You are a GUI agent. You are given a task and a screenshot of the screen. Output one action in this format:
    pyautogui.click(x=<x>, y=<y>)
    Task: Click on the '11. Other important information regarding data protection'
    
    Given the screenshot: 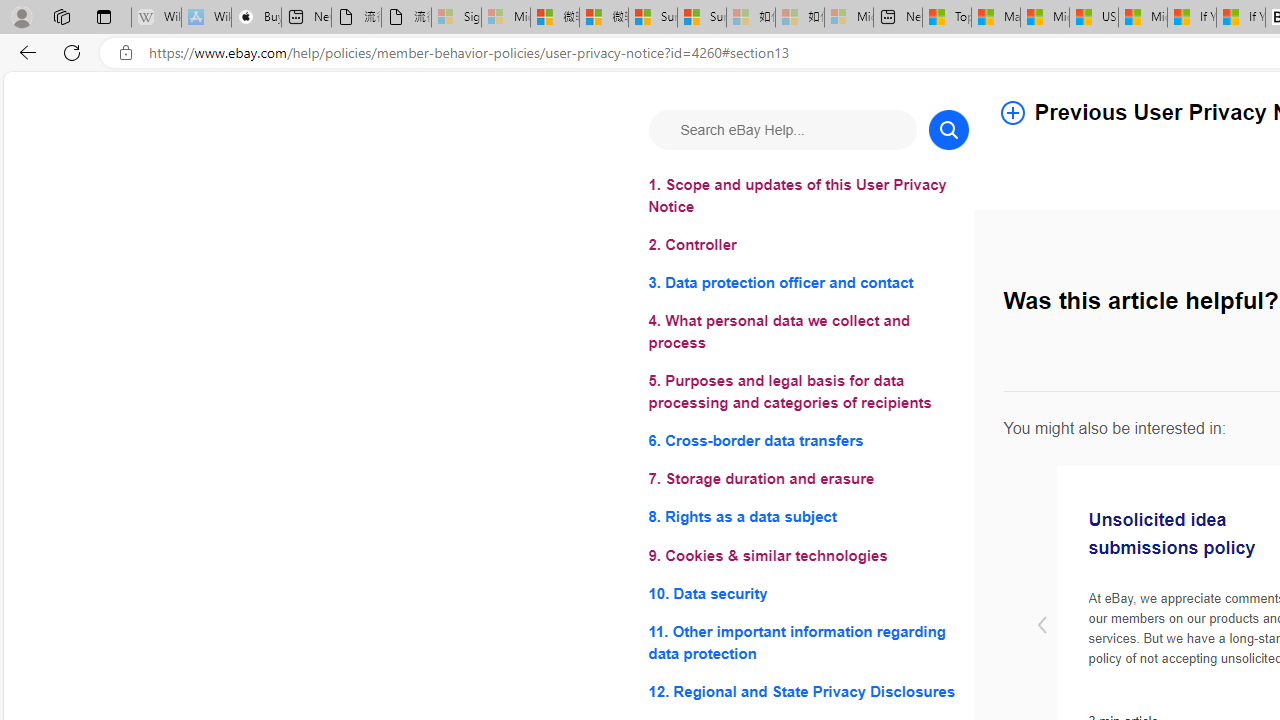 What is the action you would take?
    pyautogui.click(x=808, y=642)
    